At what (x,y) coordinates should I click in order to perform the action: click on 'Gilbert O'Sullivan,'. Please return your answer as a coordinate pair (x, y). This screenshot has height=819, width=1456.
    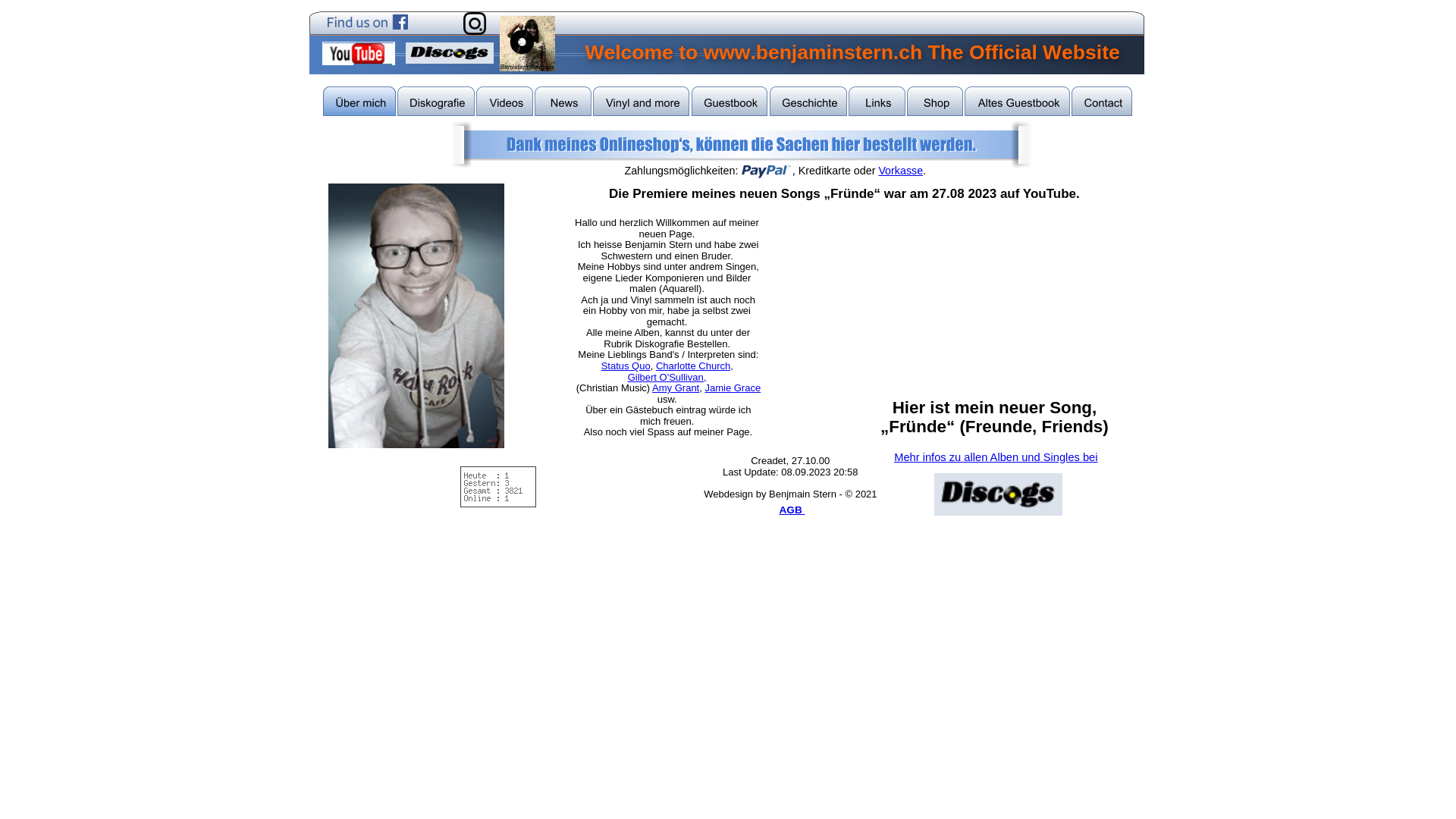
    Looking at the image, I should click on (667, 376).